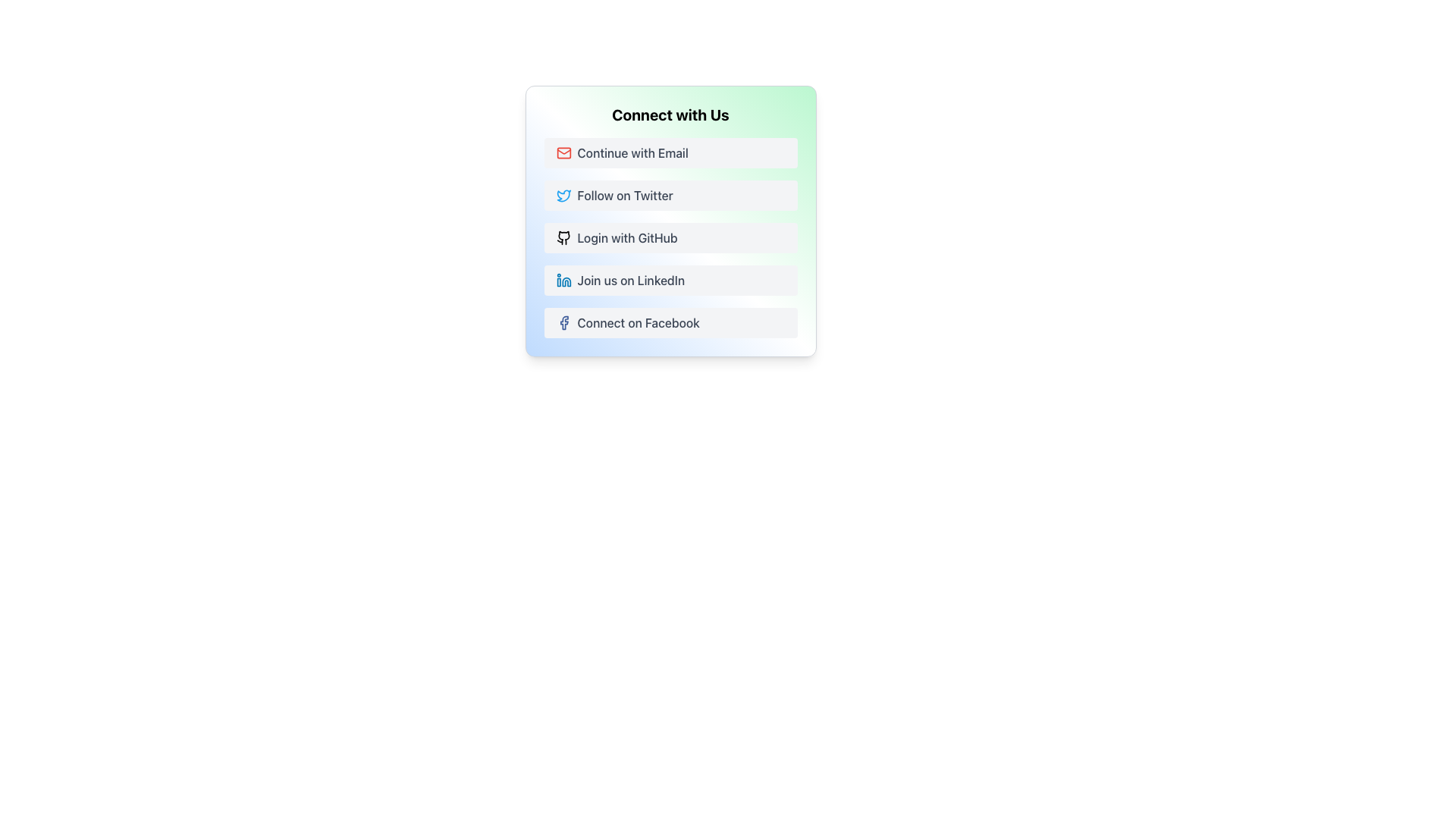  I want to click on the red-outlined mail icon located beside the 'Continue with Email' button, which features a centered envelope illustration and is the first item on the left side of the authentication methods list, so click(563, 152).